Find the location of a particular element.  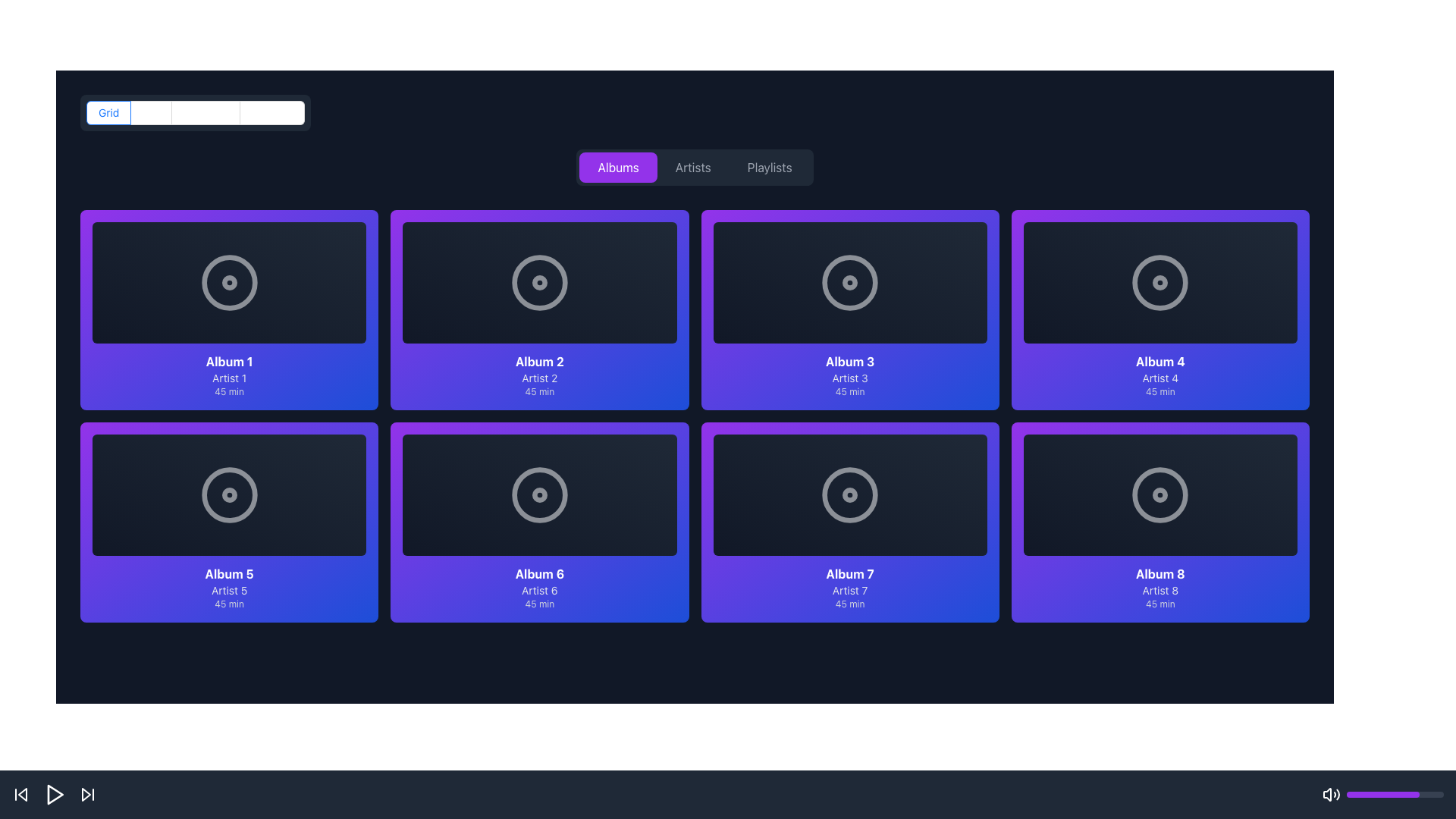

the circular SVG graphic element located in the center of the fourth album card in the top row of the grid, which features a thin stroke and no fill color is located at coordinates (1159, 283).